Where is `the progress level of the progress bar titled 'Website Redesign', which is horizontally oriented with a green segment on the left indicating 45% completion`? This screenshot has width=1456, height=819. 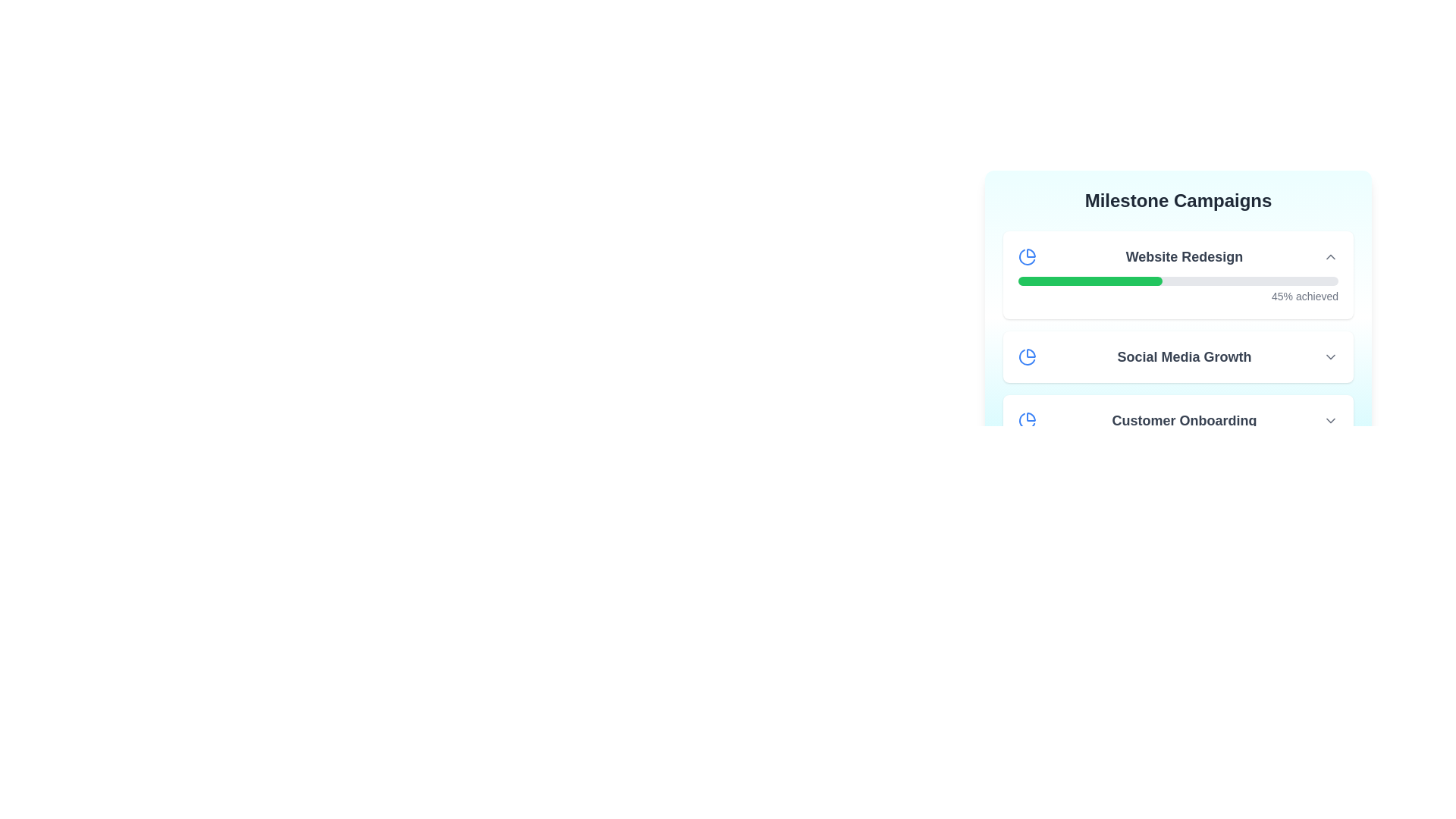 the progress level of the progress bar titled 'Website Redesign', which is horizontally oriented with a green segment on the left indicating 45% completion is located at coordinates (1178, 289).